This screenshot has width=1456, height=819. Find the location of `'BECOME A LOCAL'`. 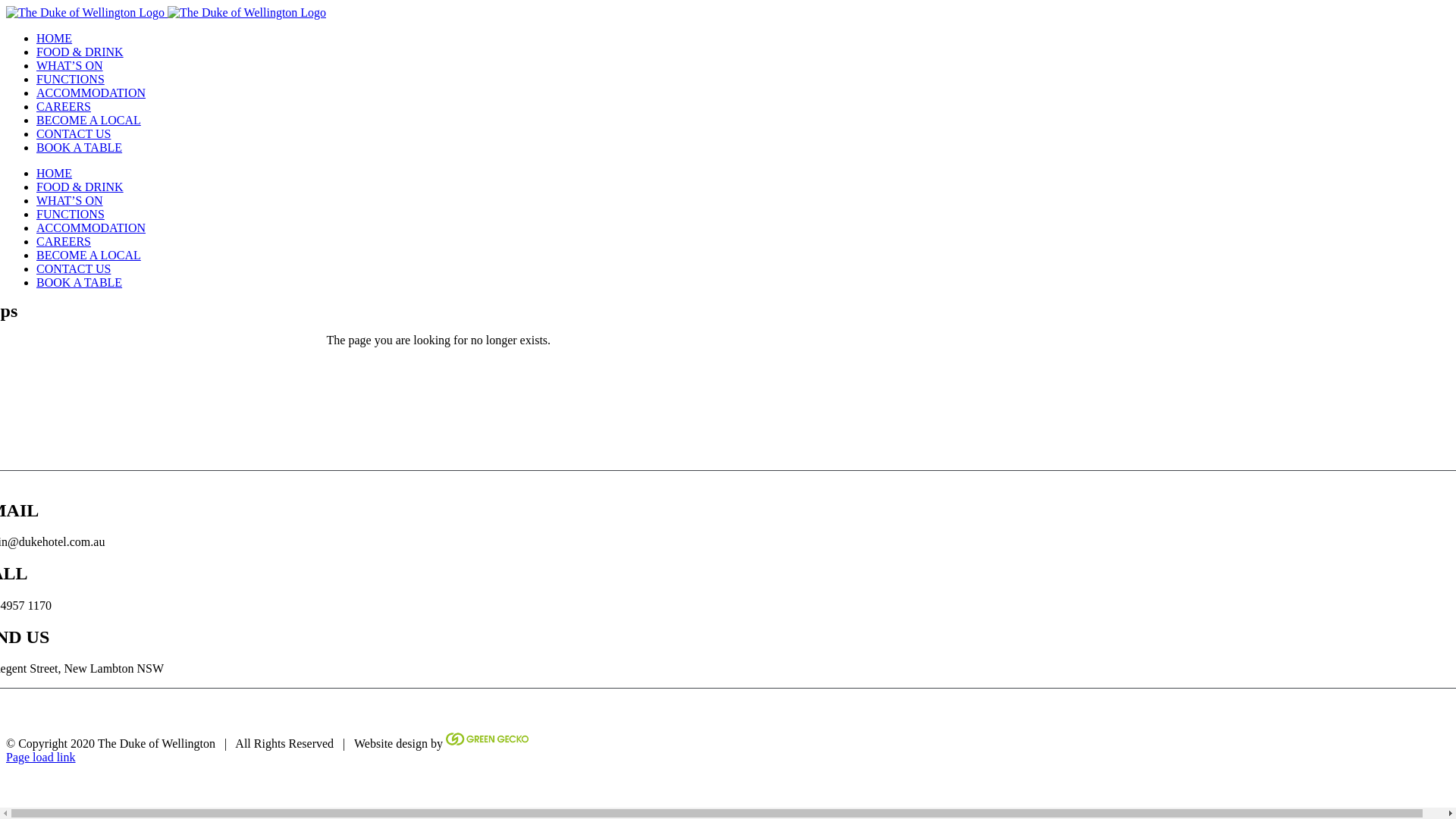

'BECOME A LOCAL' is located at coordinates (36, 254).